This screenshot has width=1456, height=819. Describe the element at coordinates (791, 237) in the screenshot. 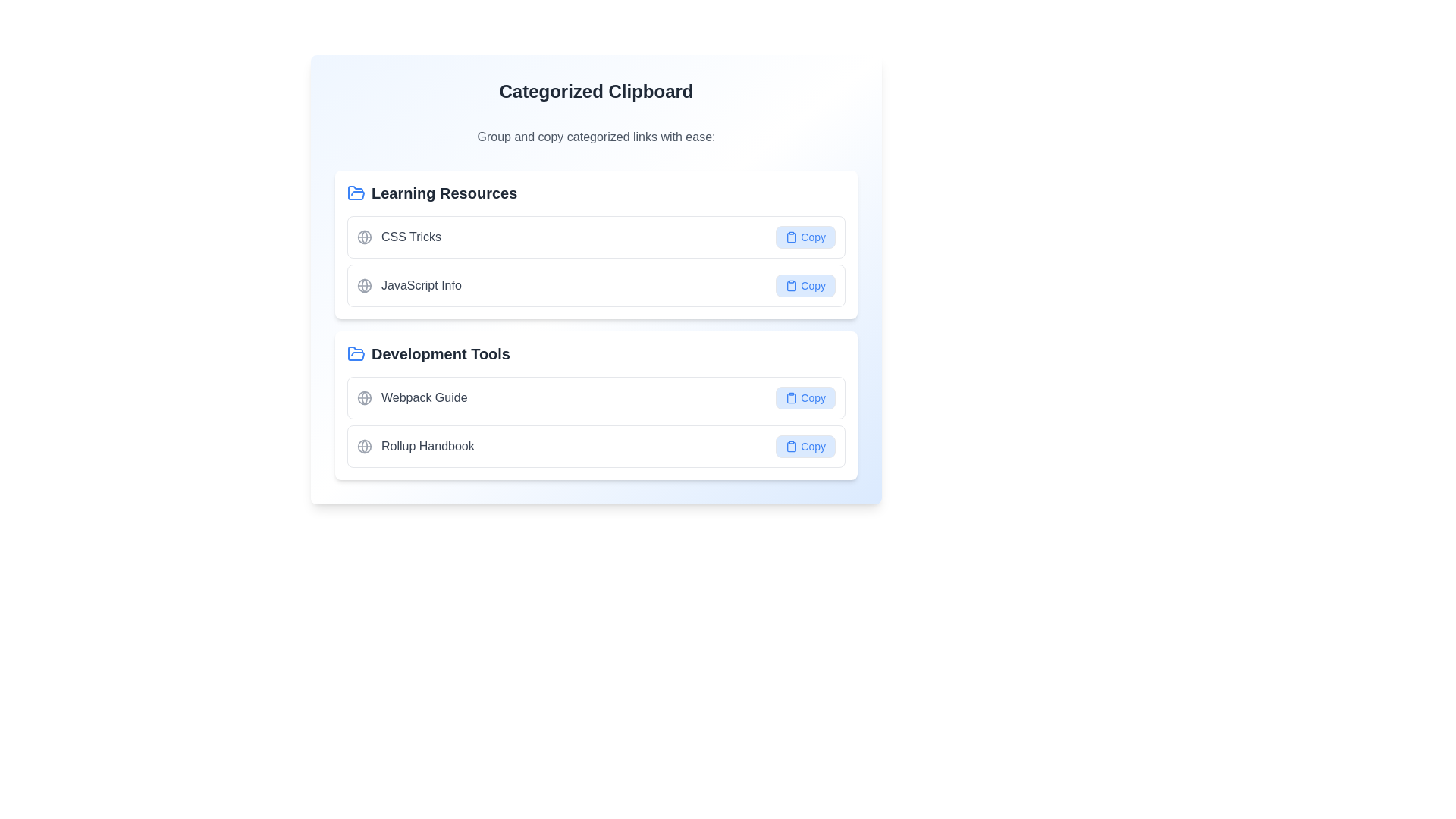

I see `the 'Copy' button icon located to the right of the first list item under 'Learning Resources' to copy the associated resource link to the clipboard` at that location.